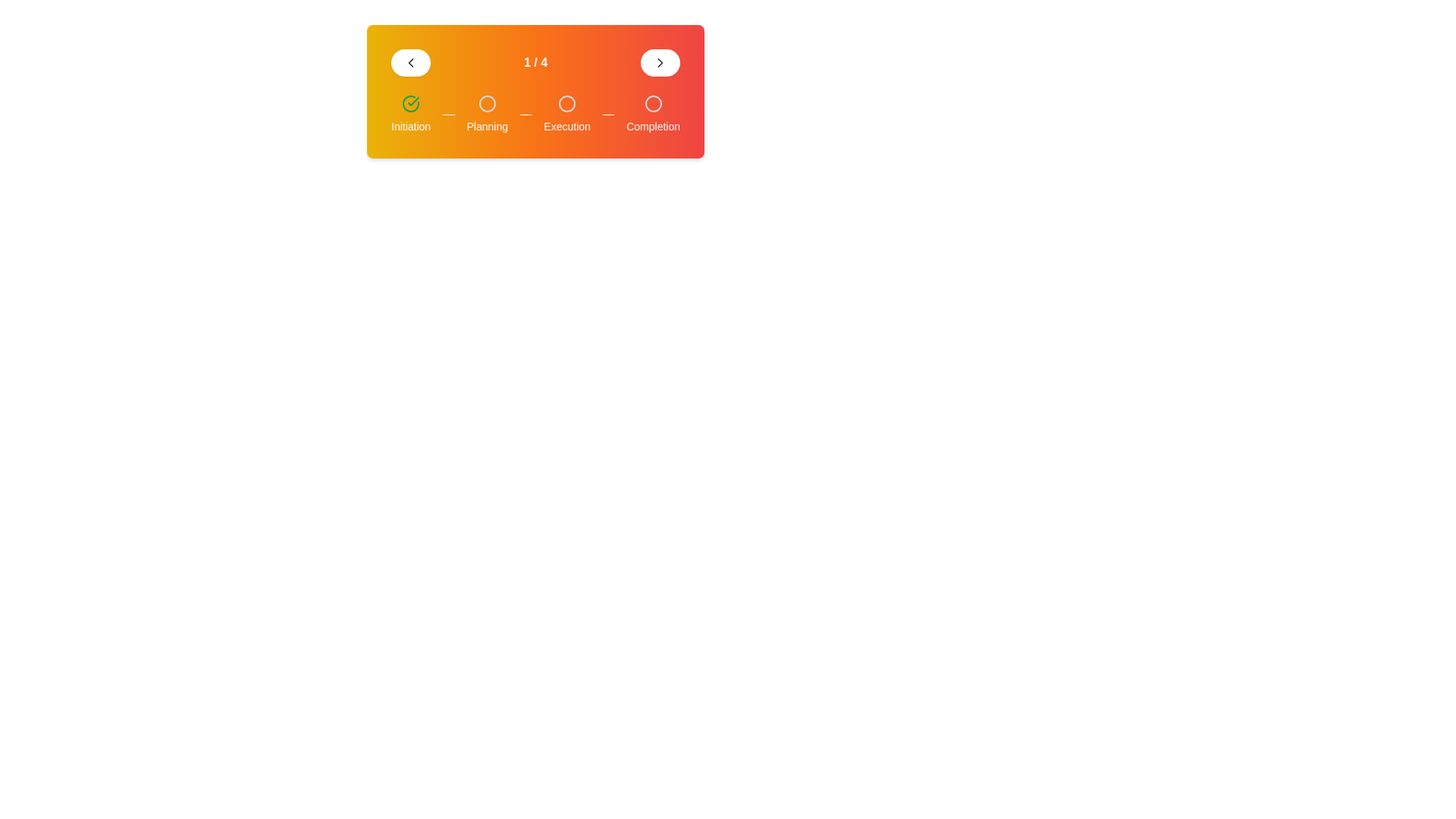 The height and width of the screenshot is (819, 1456). I want to click on the 'Execution' text label in the step progression bar, which is the third item between 'Planning' and 'Completion', so click(566, 125).